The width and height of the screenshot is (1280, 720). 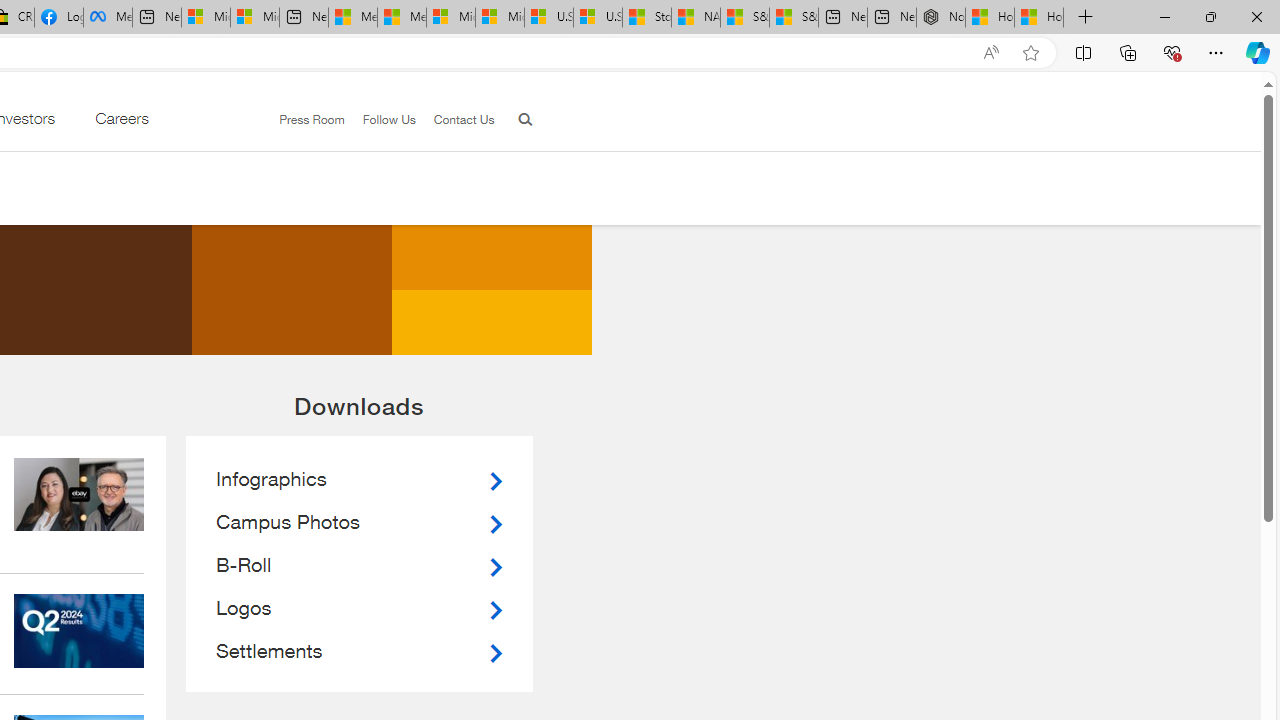 What do you see at coordinates (58, 17) in the screenshot?
I see `'Log into Facebook'` at bounding box center [58, 17].